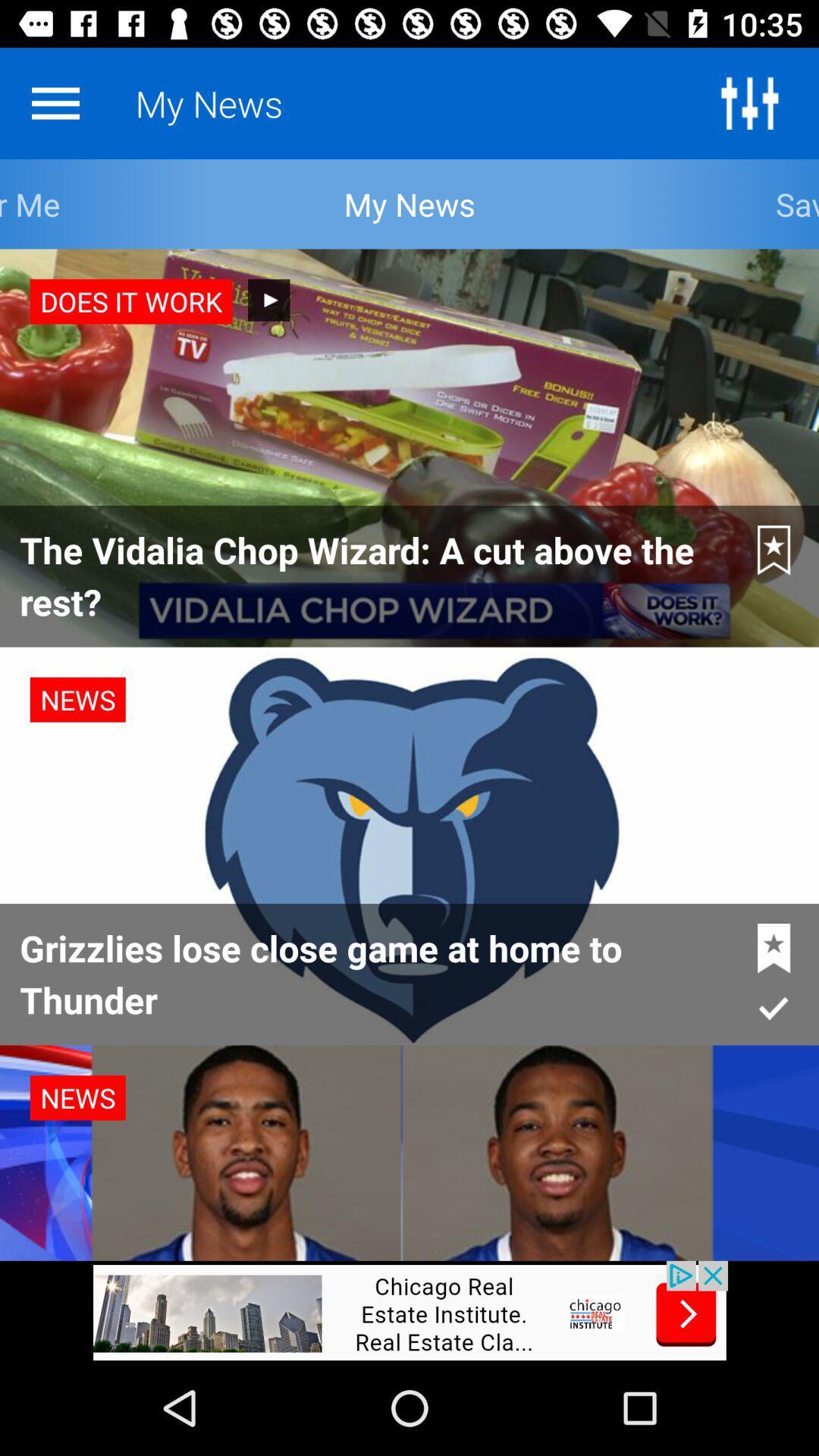 This screenshot has height=1456, width=819. Describe the element at coordinates (409, 1310) in the screenshot. I see `advertisement page` at that location.